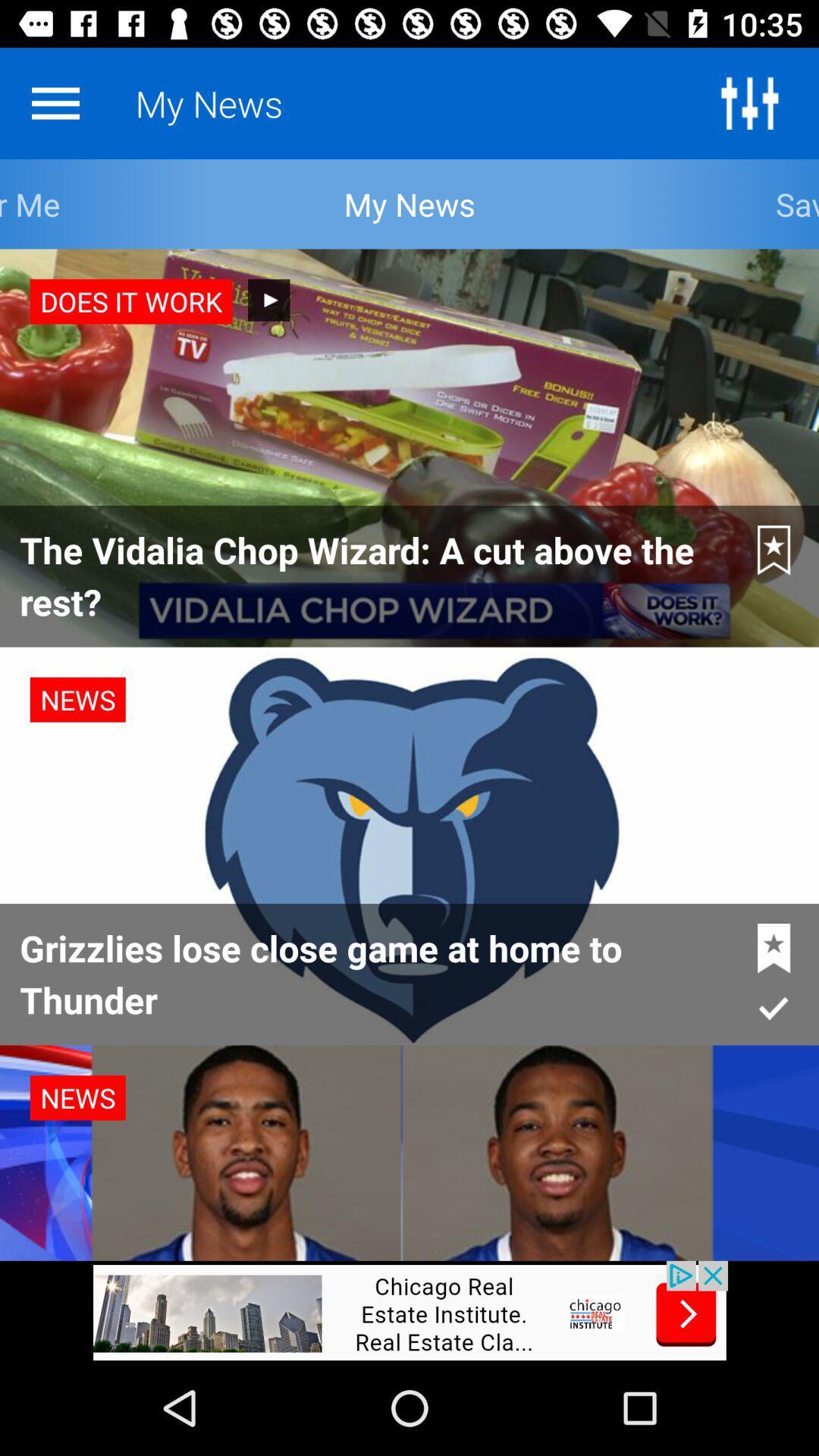 This screenshot has height=1456, width=819. Describe the element at coordinates (409, 1310) in the screenshot. I see `advertisement page` at that location.